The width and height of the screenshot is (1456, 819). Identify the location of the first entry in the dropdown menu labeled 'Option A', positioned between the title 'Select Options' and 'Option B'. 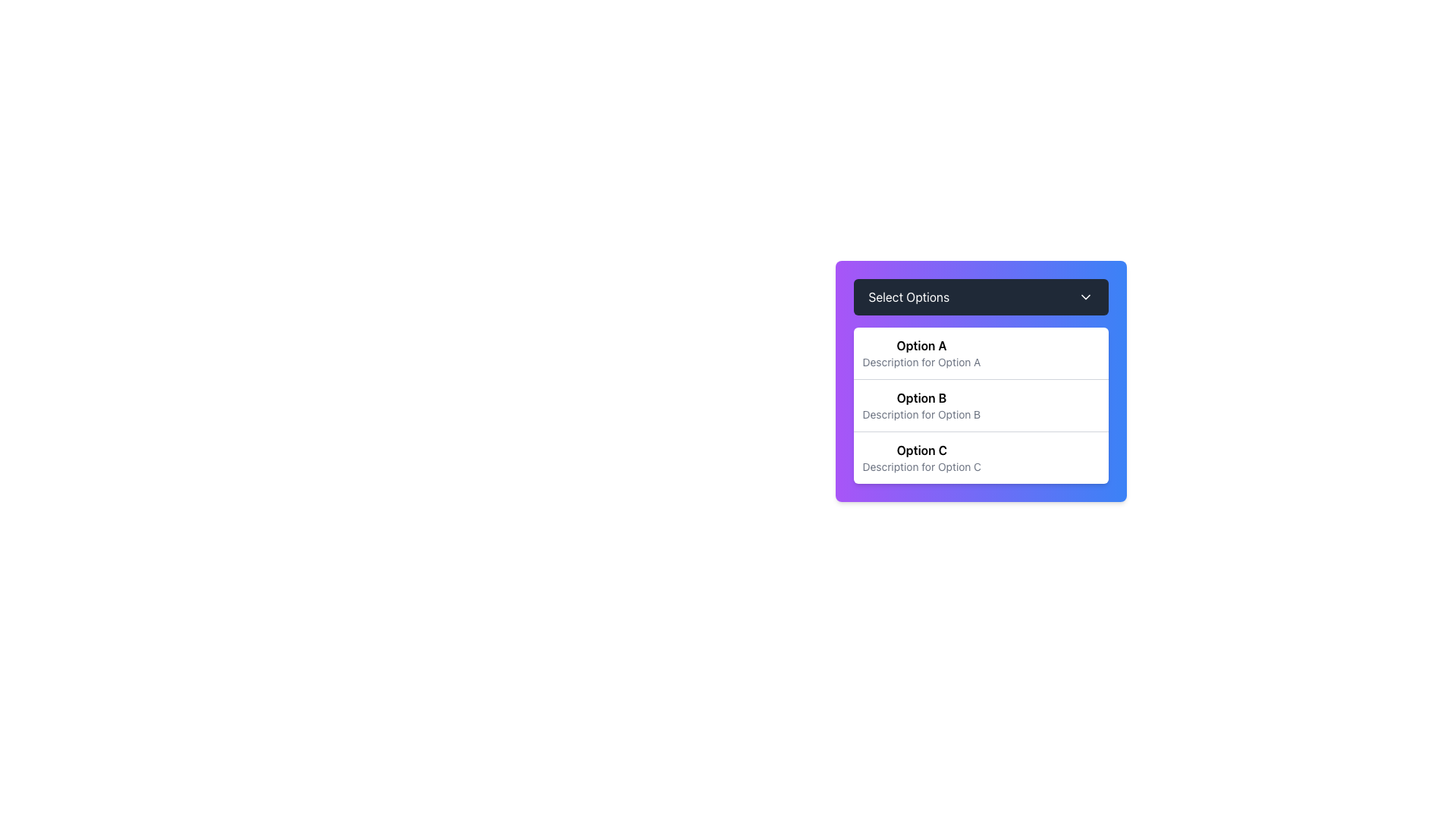
(981, 353).